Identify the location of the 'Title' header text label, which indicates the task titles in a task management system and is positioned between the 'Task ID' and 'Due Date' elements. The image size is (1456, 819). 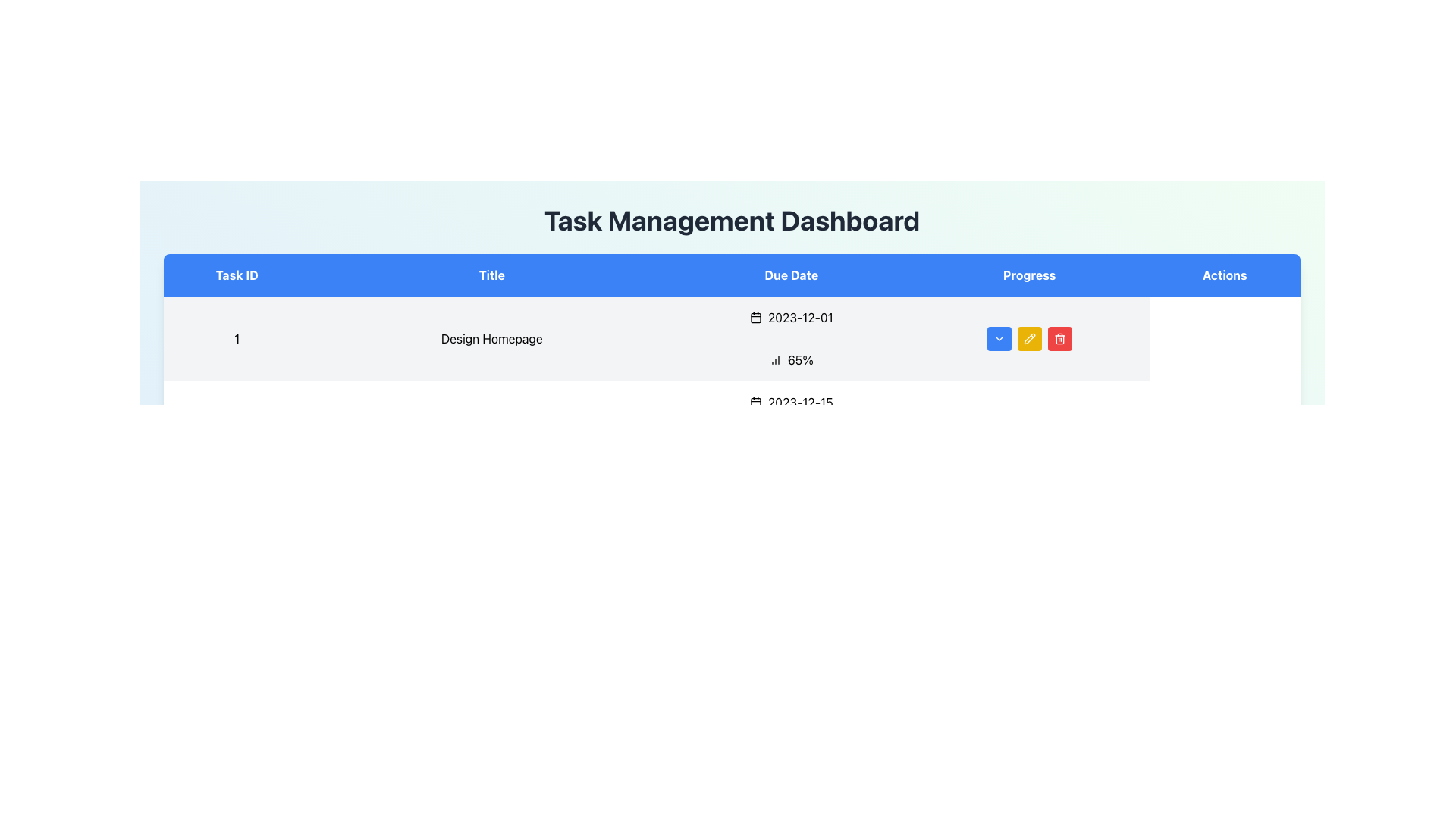
(491, 275).